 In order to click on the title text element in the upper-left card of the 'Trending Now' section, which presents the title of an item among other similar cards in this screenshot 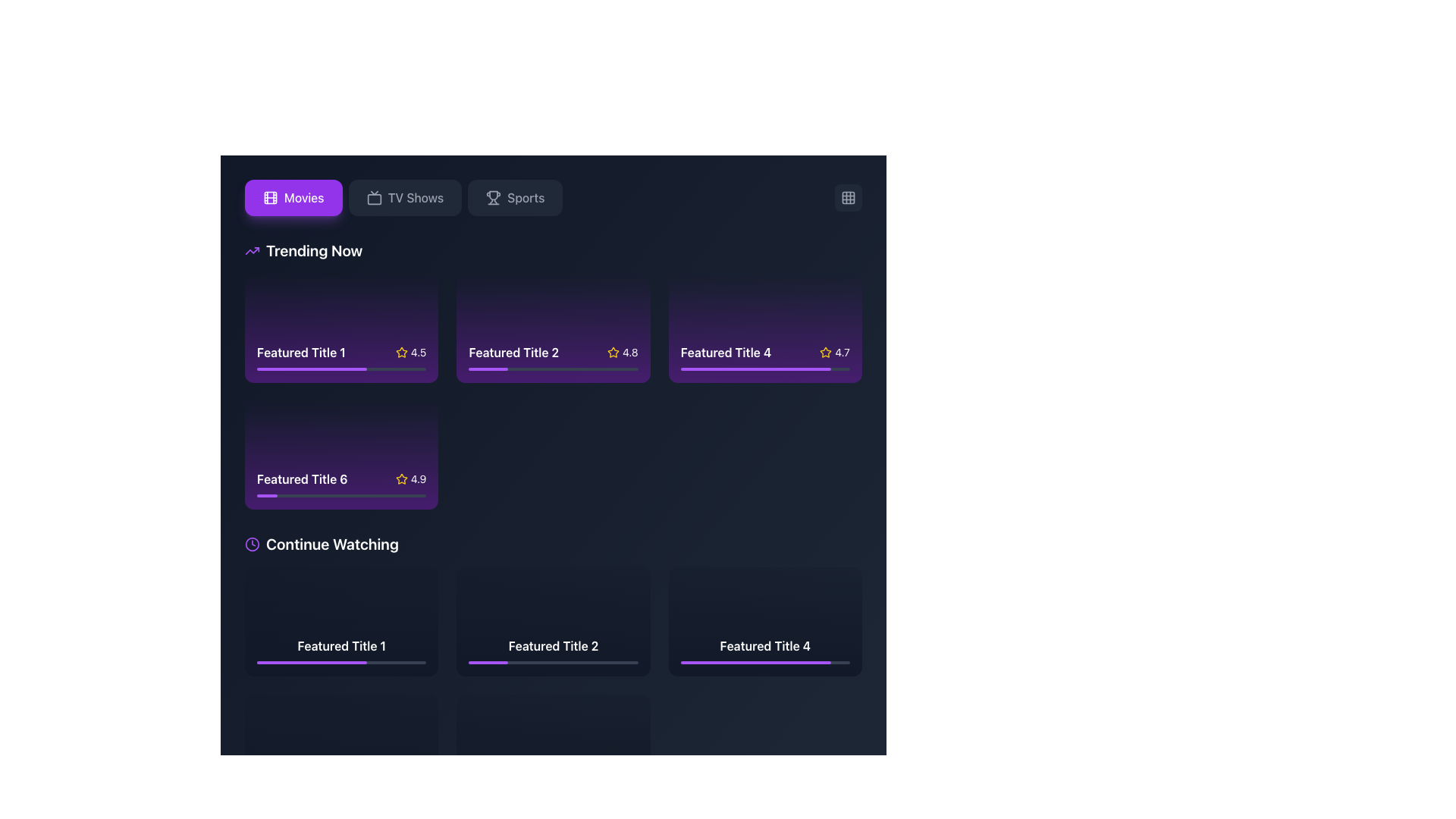, I will do `click(301, 352)`.